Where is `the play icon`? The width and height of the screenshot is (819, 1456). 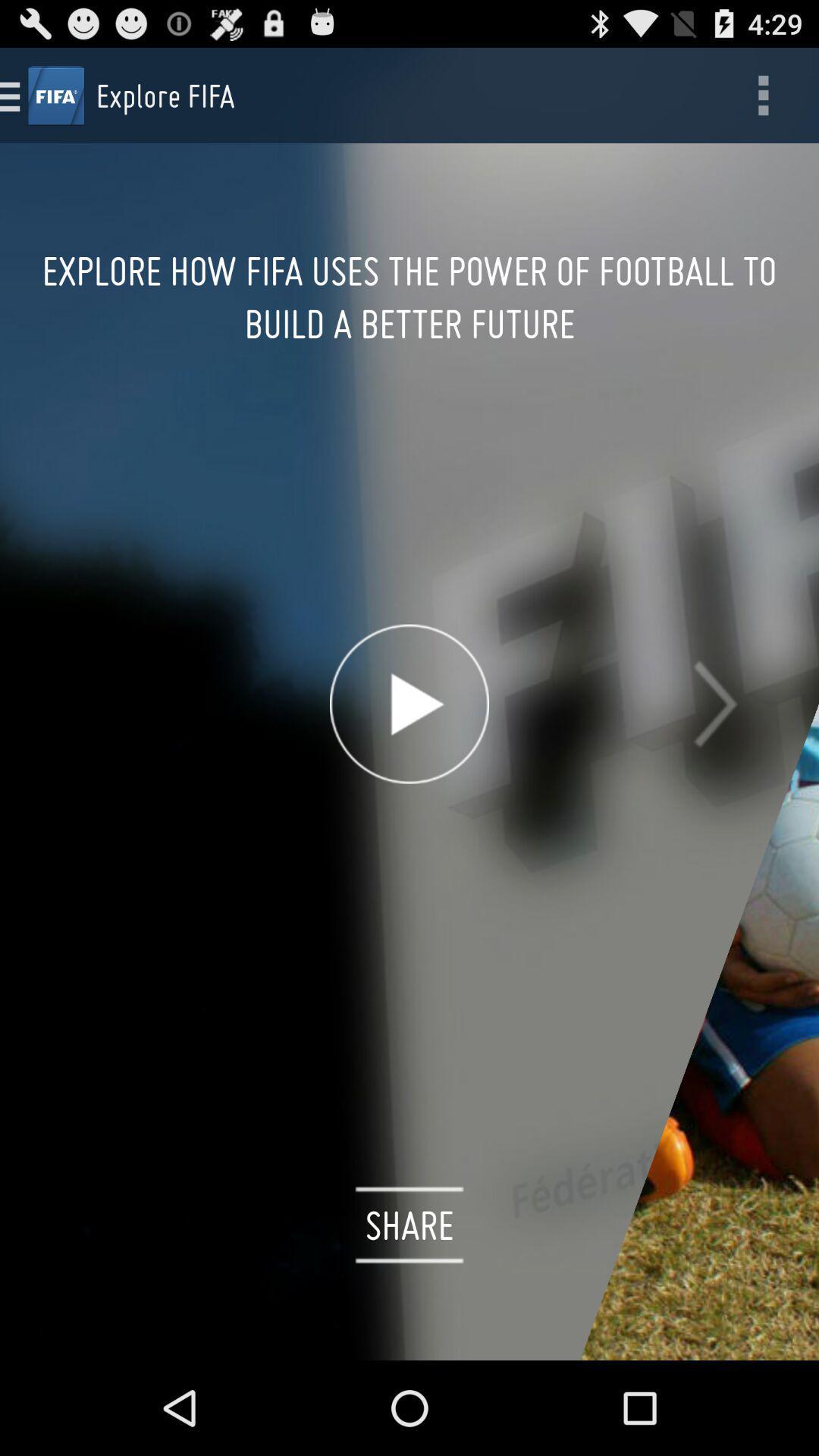
the play icon is located at coordinates (409, 753).